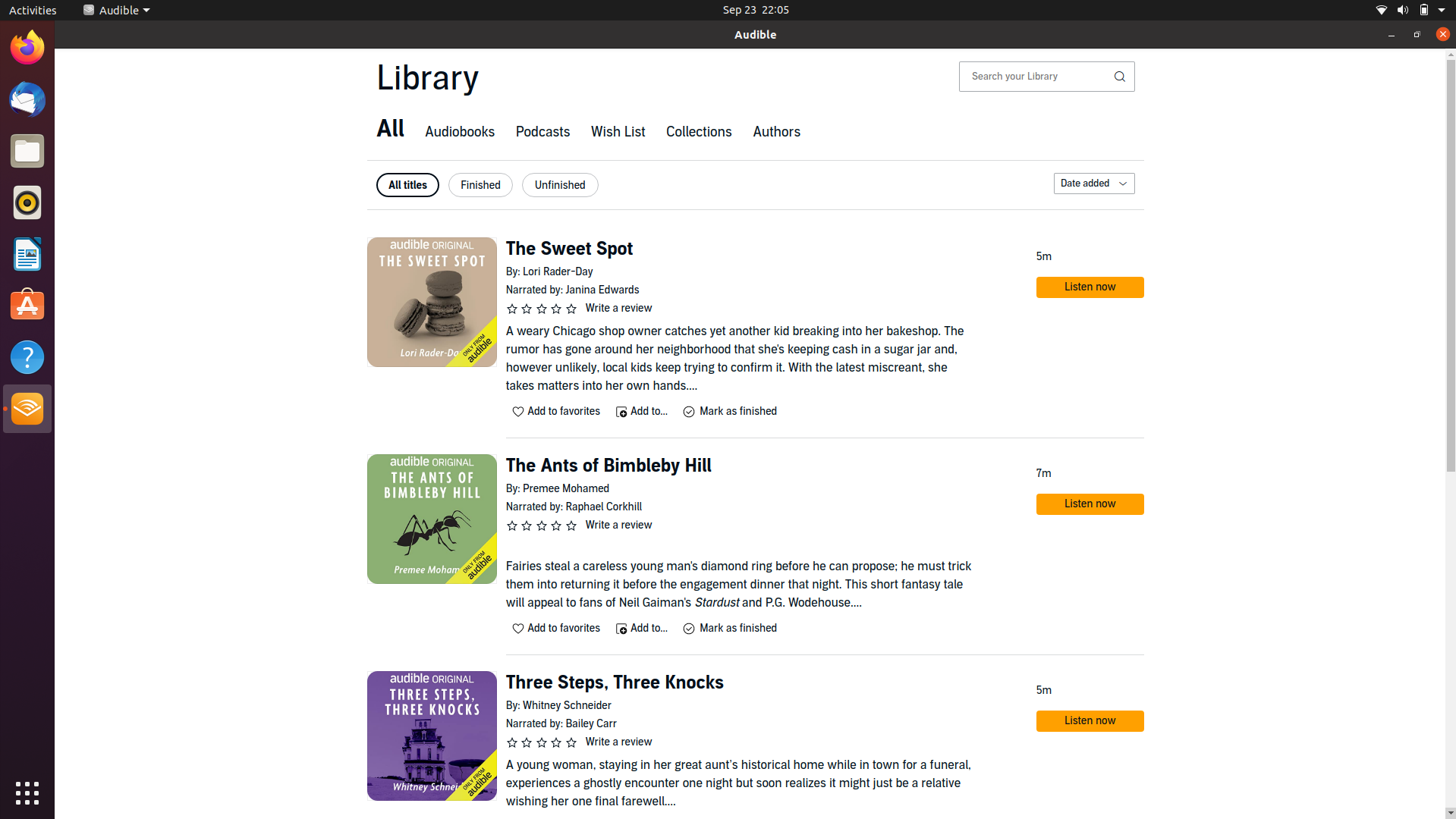  What do you see at coordinates (1448720, 468877) in the screenshot?
I see `Move downwards to search for the subsequent book on the list` at bounding box center [1448720, 468877].